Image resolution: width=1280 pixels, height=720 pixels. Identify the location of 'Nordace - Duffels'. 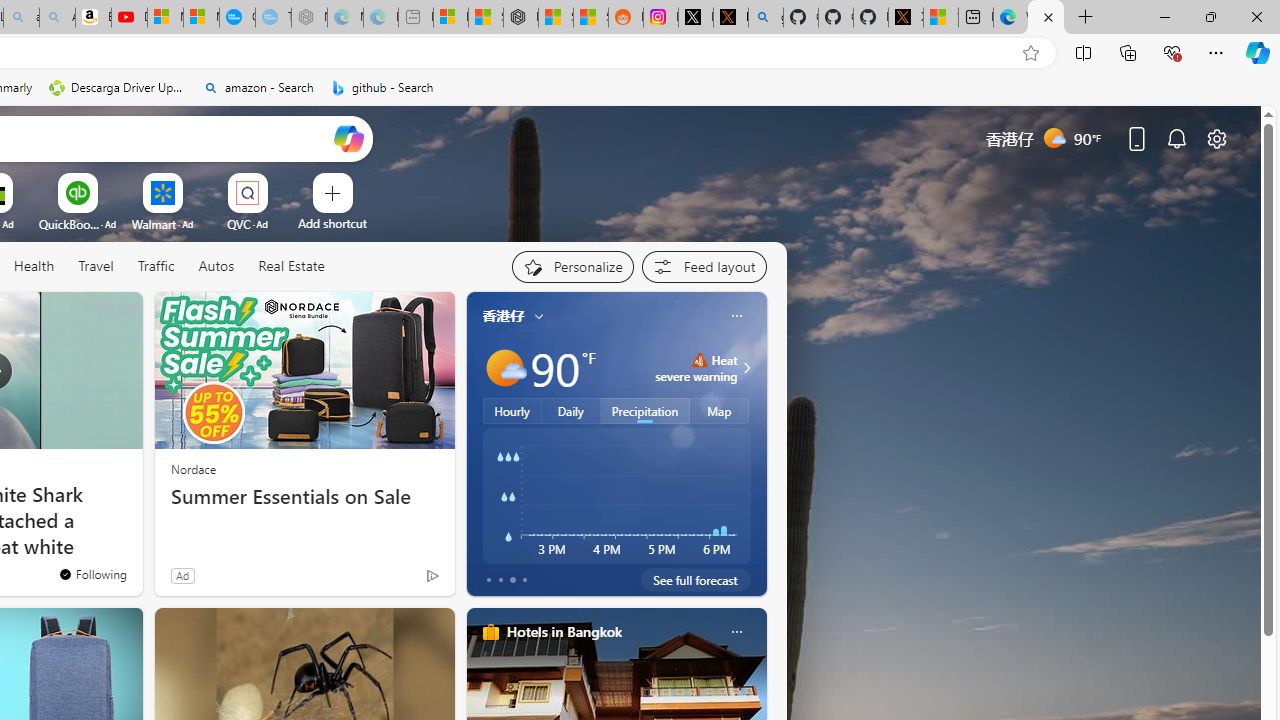
(520, 17).